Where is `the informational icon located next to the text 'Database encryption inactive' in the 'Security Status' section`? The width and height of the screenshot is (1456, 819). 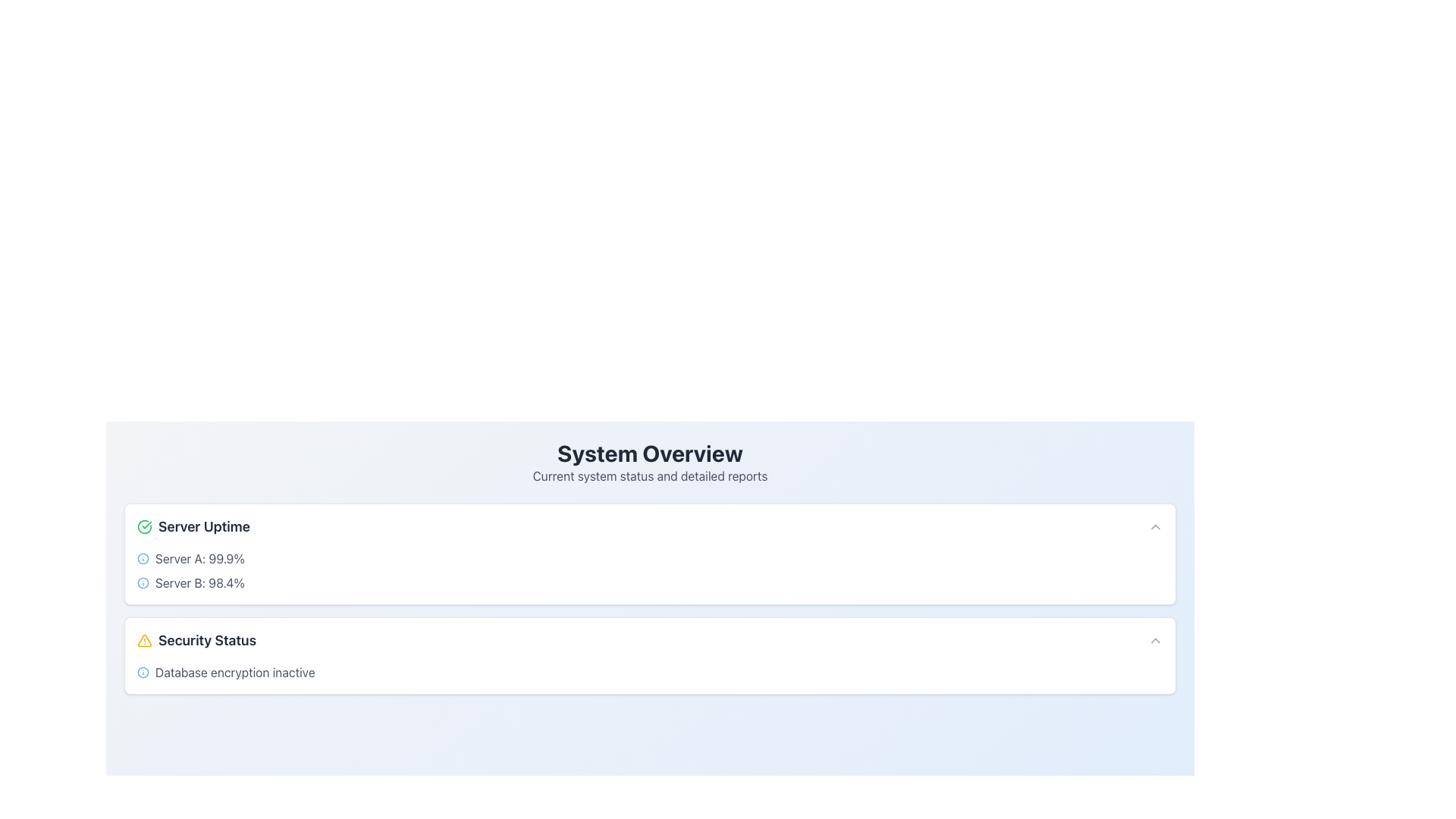 the informational icon located next to the text 'Database encryption inactive' in the 'Security Status' section is located at coordinates (143, 672).